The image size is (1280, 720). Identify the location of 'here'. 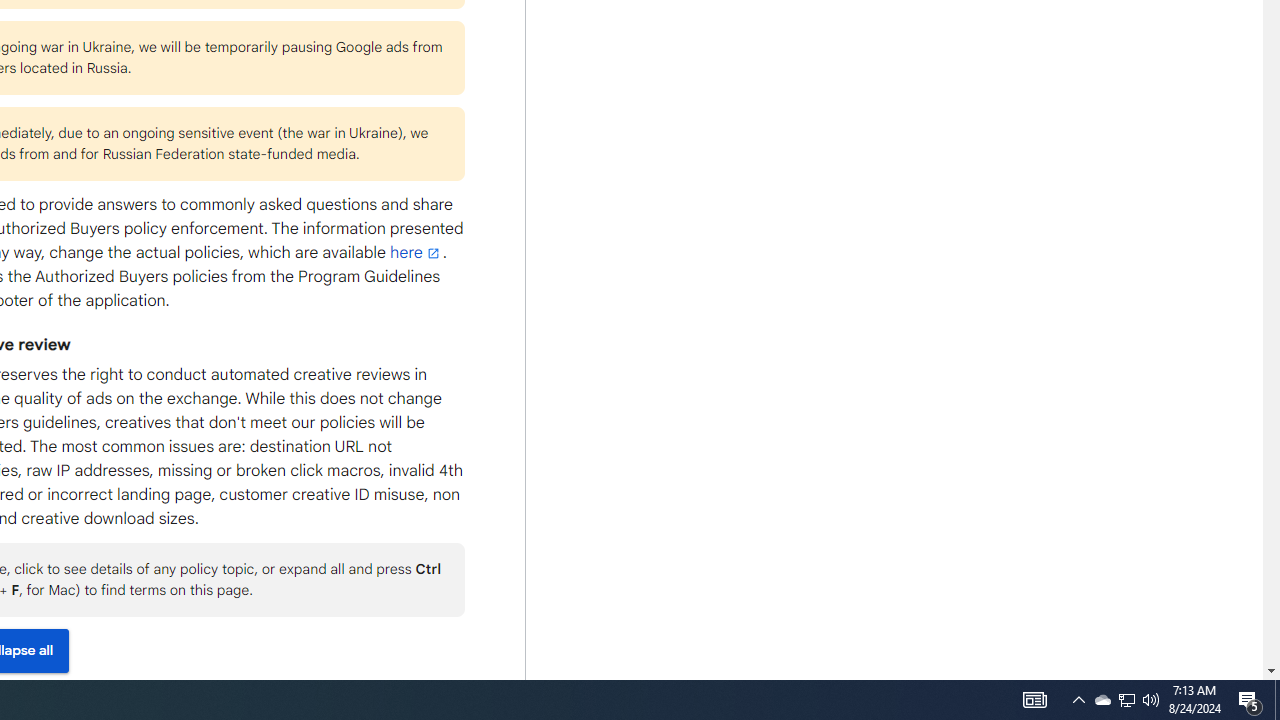
(415, 252).